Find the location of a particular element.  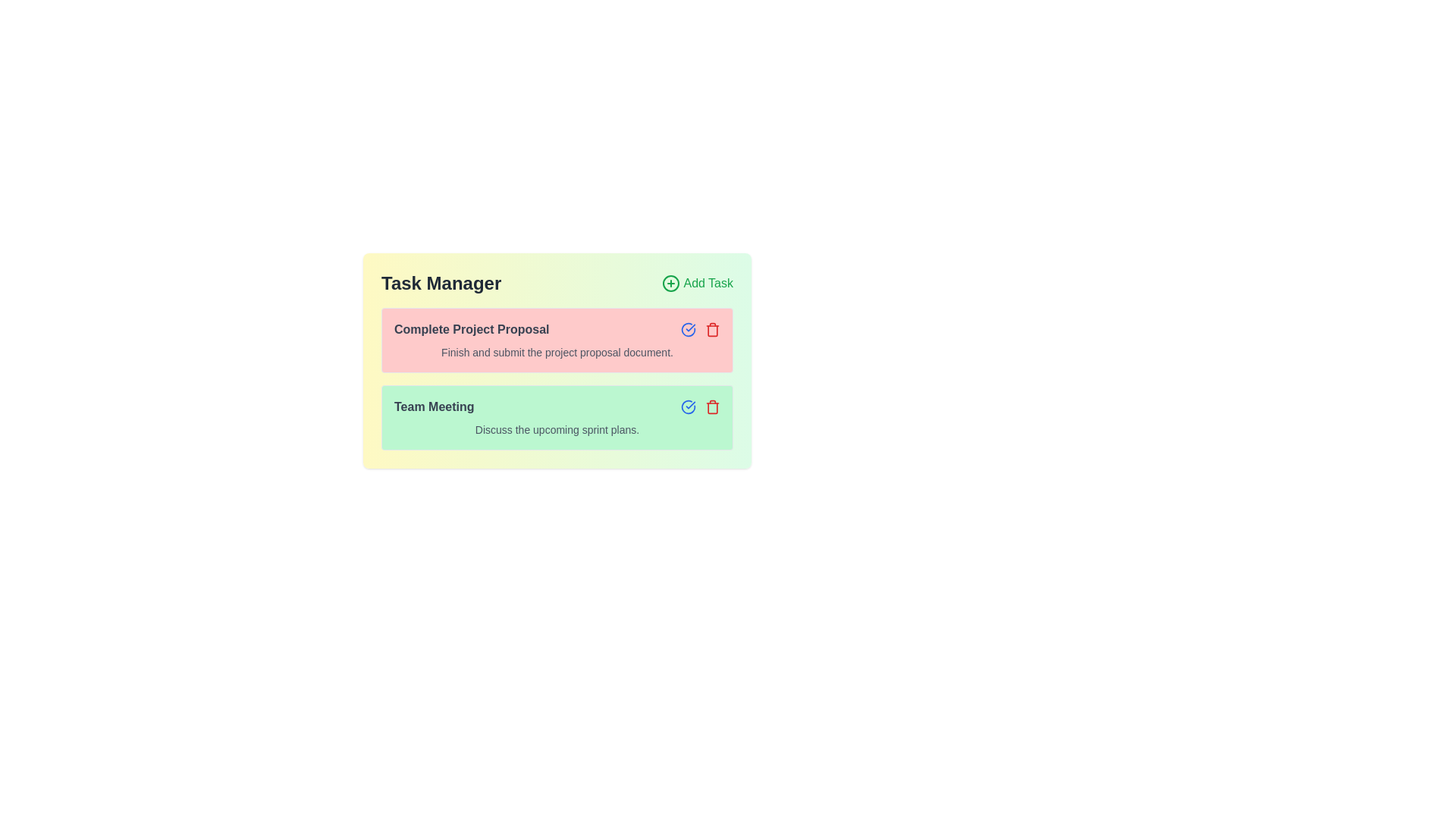

the blue circular interactive icon with a check mark located within the green-highlighted task tile of 'Team Meeting', positioned to the left of the trash bin icon is located at coordinates (687, 329).